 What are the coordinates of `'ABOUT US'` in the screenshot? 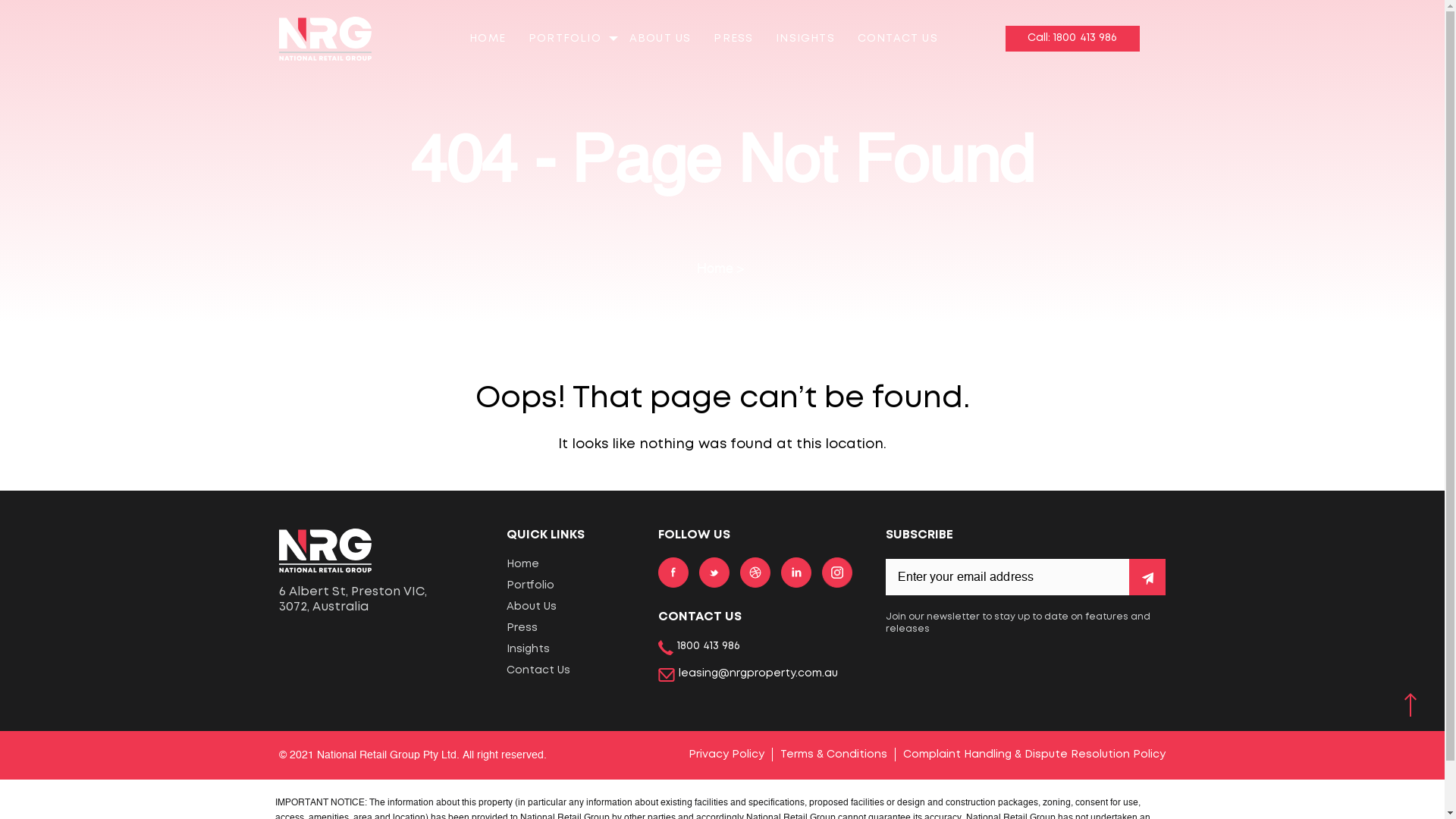 It's located at (660, 37).